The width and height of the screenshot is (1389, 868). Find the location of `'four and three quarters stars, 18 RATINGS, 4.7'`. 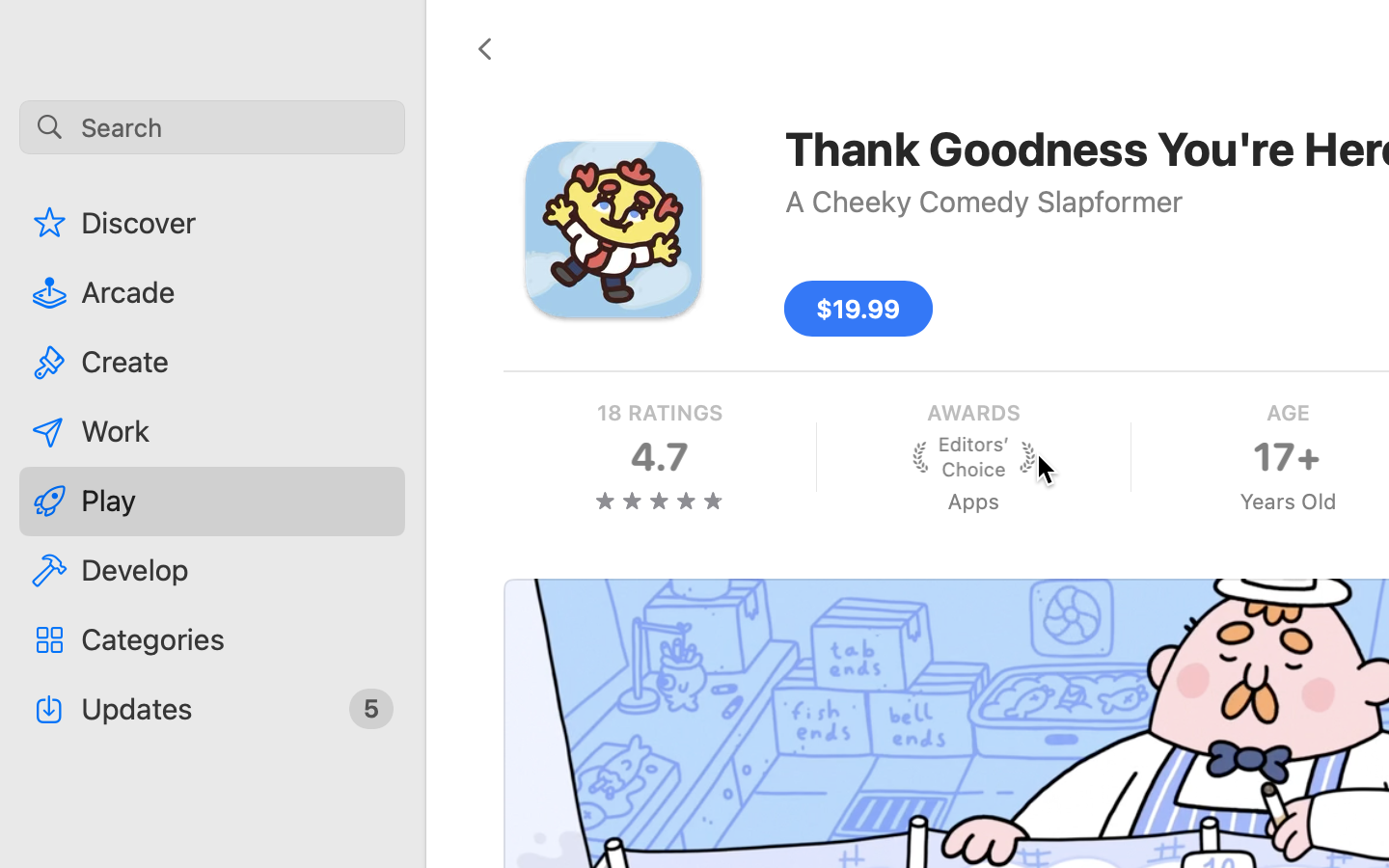

'four and three quarters stars, 18 RATINGS, 4.7' is located at coordinates (660, 456).